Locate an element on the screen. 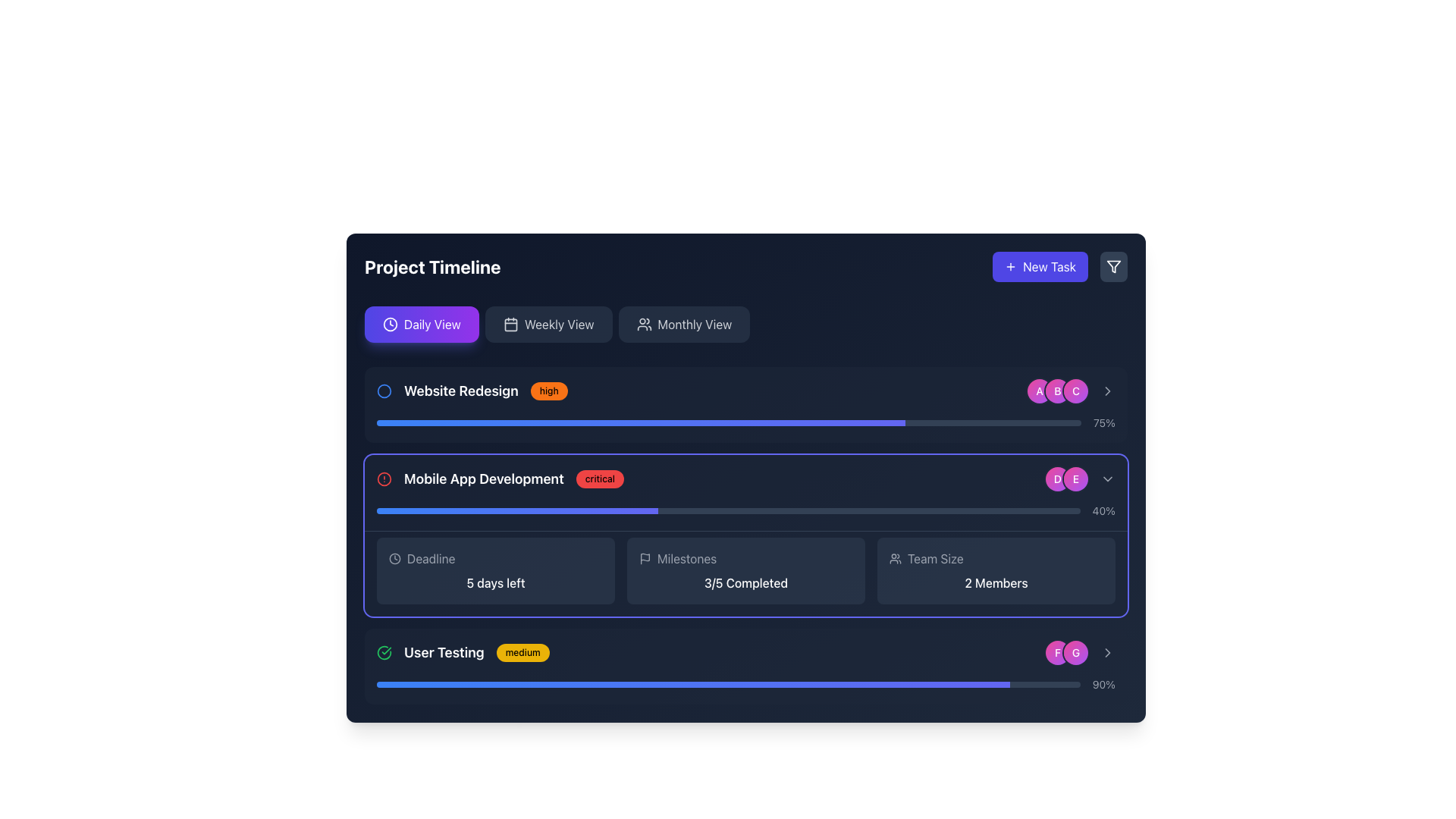 Image resolution: width=1456 pixels, height=819 pixels. the plus sign icon located inside the 'New Task' button at the top-right corner of the interface, which visually indicates the action of adding a new task is located at coordinates (1011, 265).